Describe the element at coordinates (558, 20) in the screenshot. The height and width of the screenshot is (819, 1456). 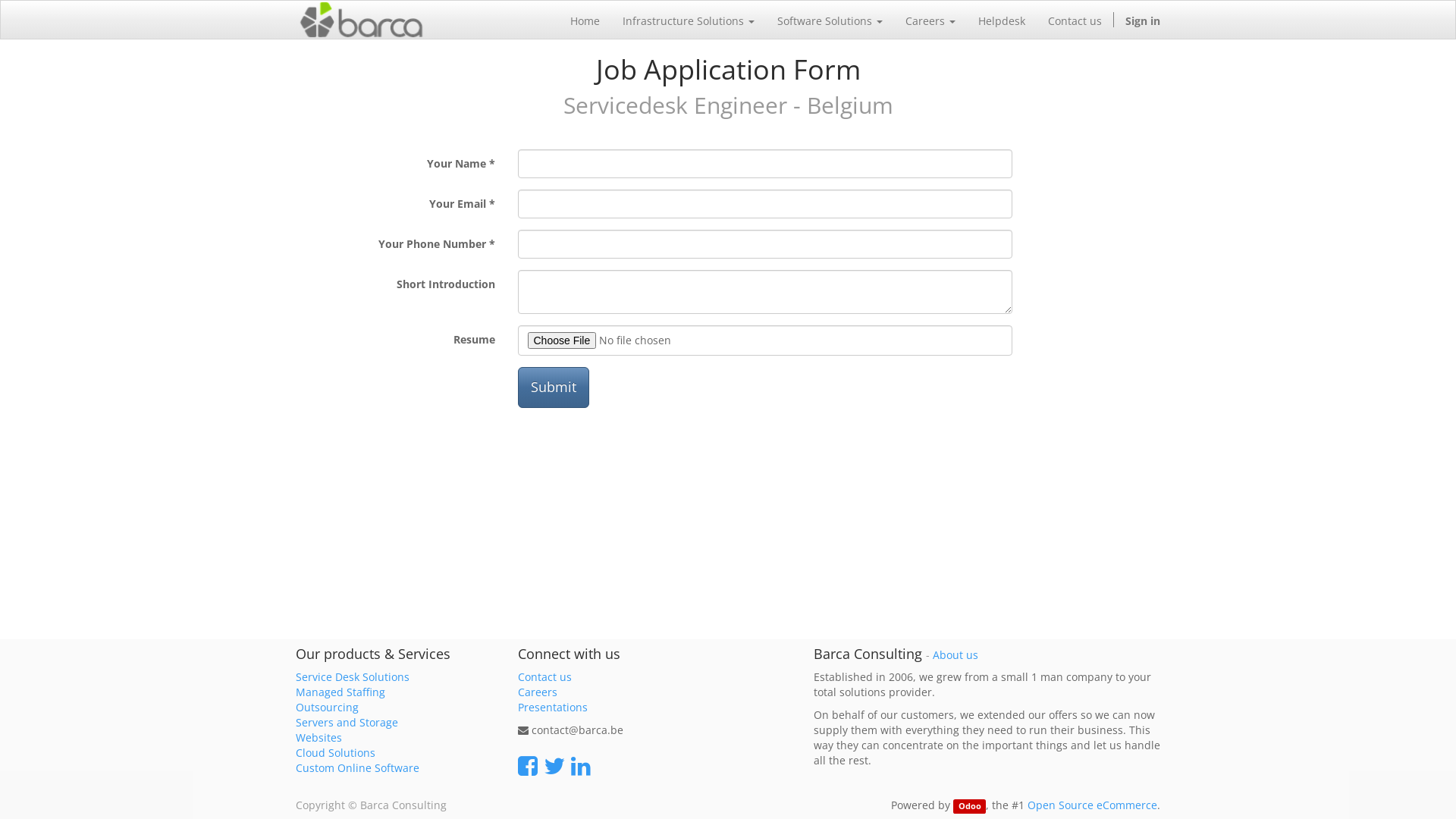
I see `'Home'` at that location.